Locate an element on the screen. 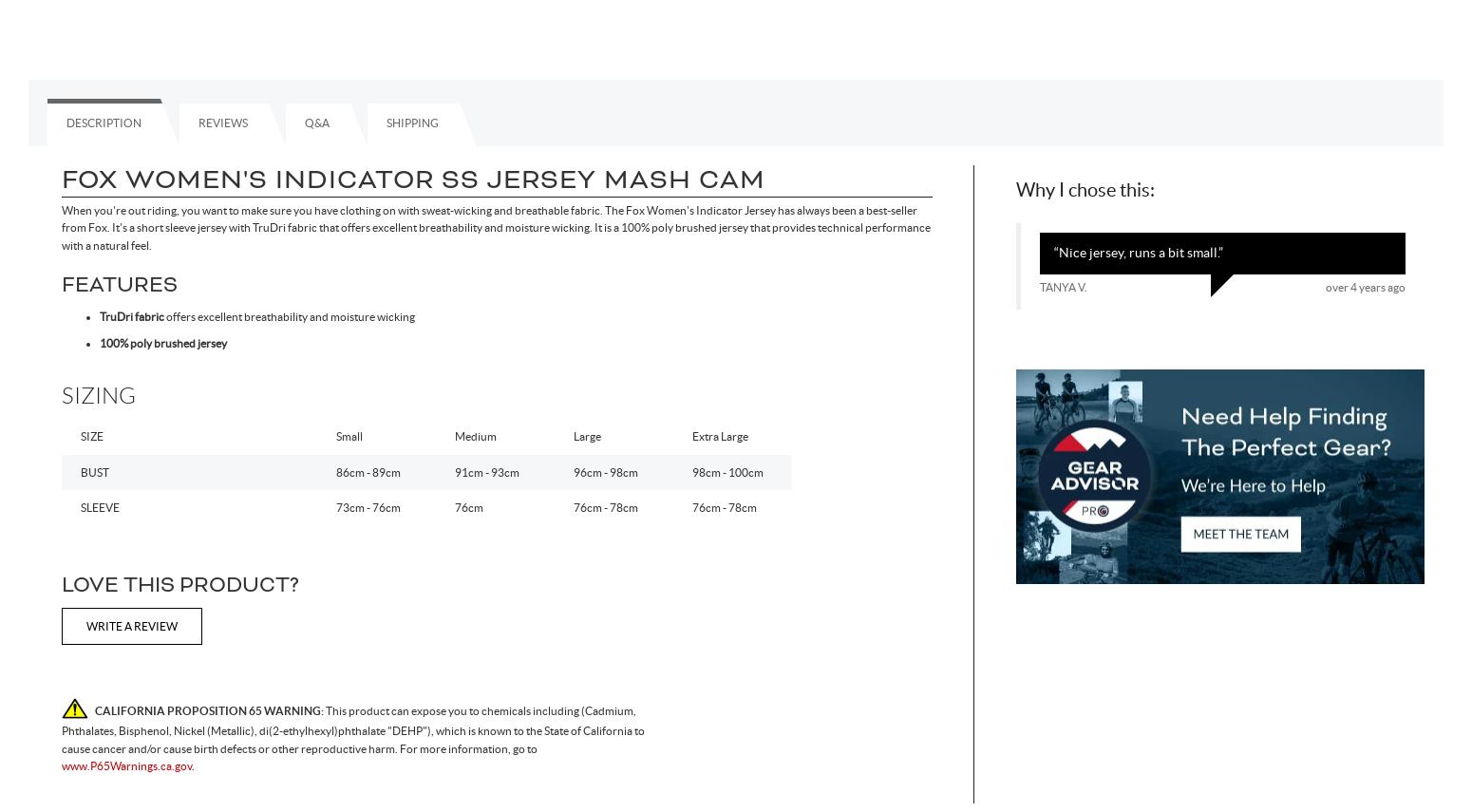 The width and height of the screenshot is (1472, 812). 'Sizing' is located at coordinates (99, 394).